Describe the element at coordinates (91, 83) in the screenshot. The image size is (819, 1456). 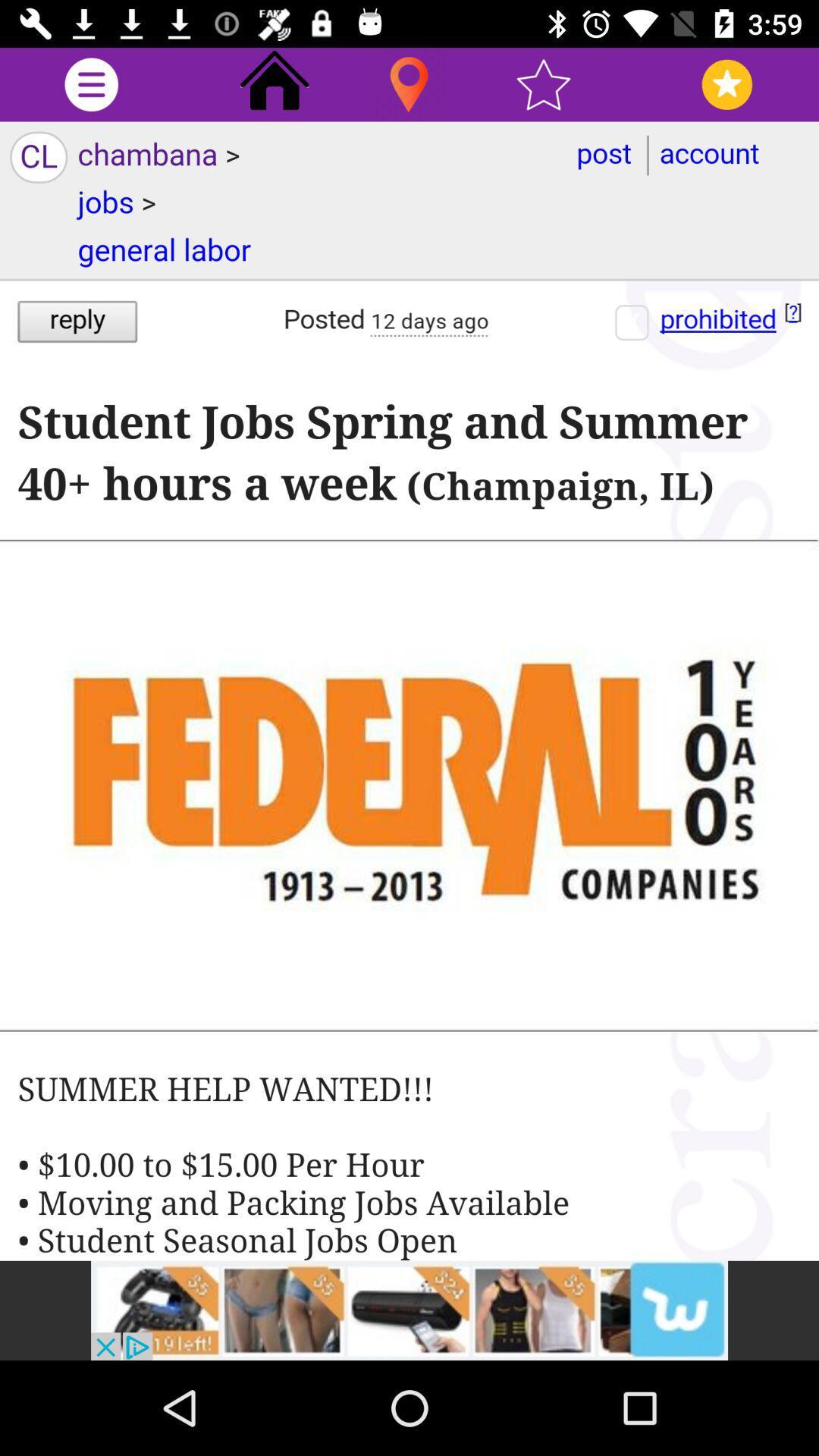
I see `more` at that location.